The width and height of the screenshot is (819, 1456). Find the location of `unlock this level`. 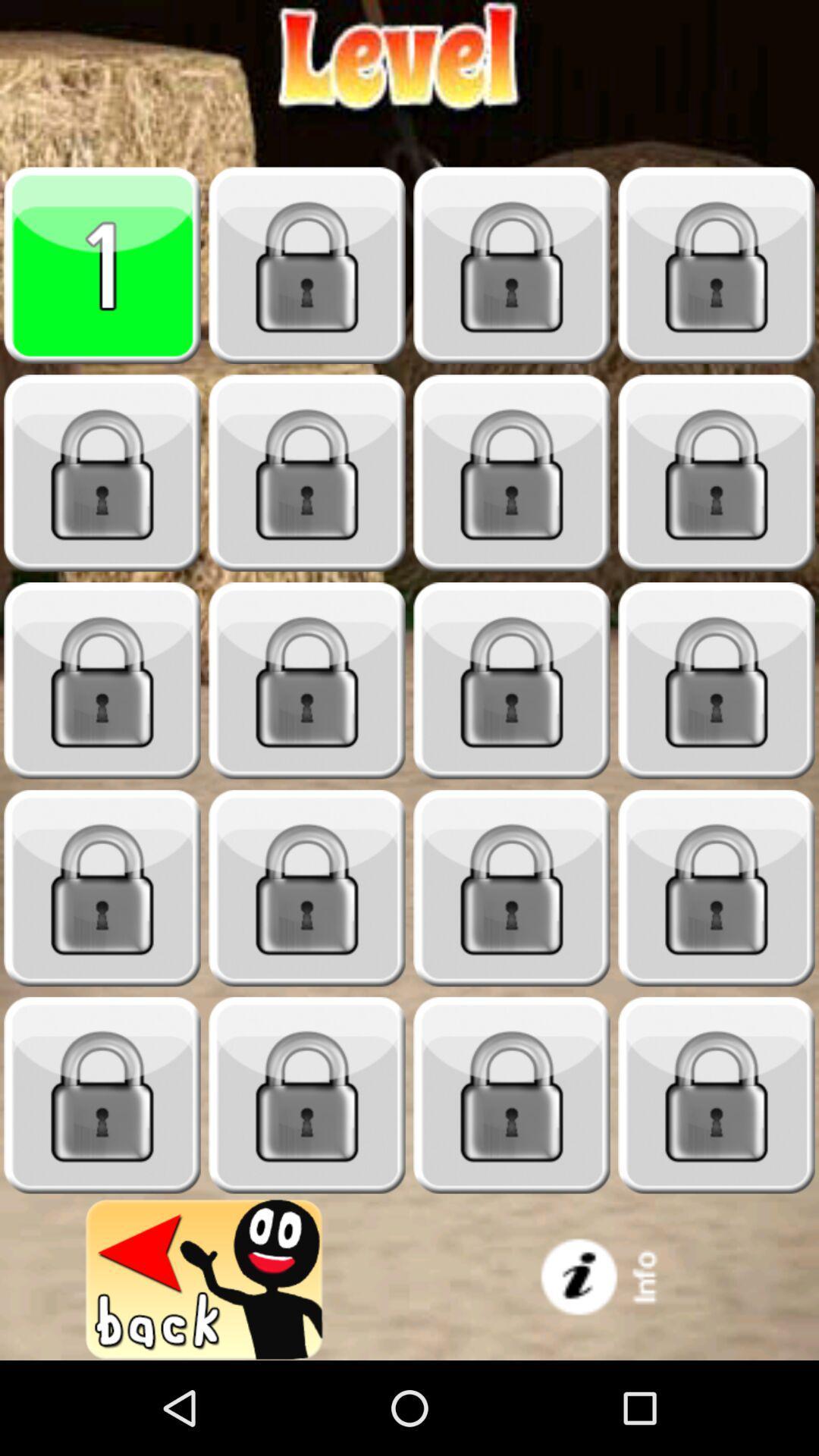

unlock this level is located at coordinates (102, 472).